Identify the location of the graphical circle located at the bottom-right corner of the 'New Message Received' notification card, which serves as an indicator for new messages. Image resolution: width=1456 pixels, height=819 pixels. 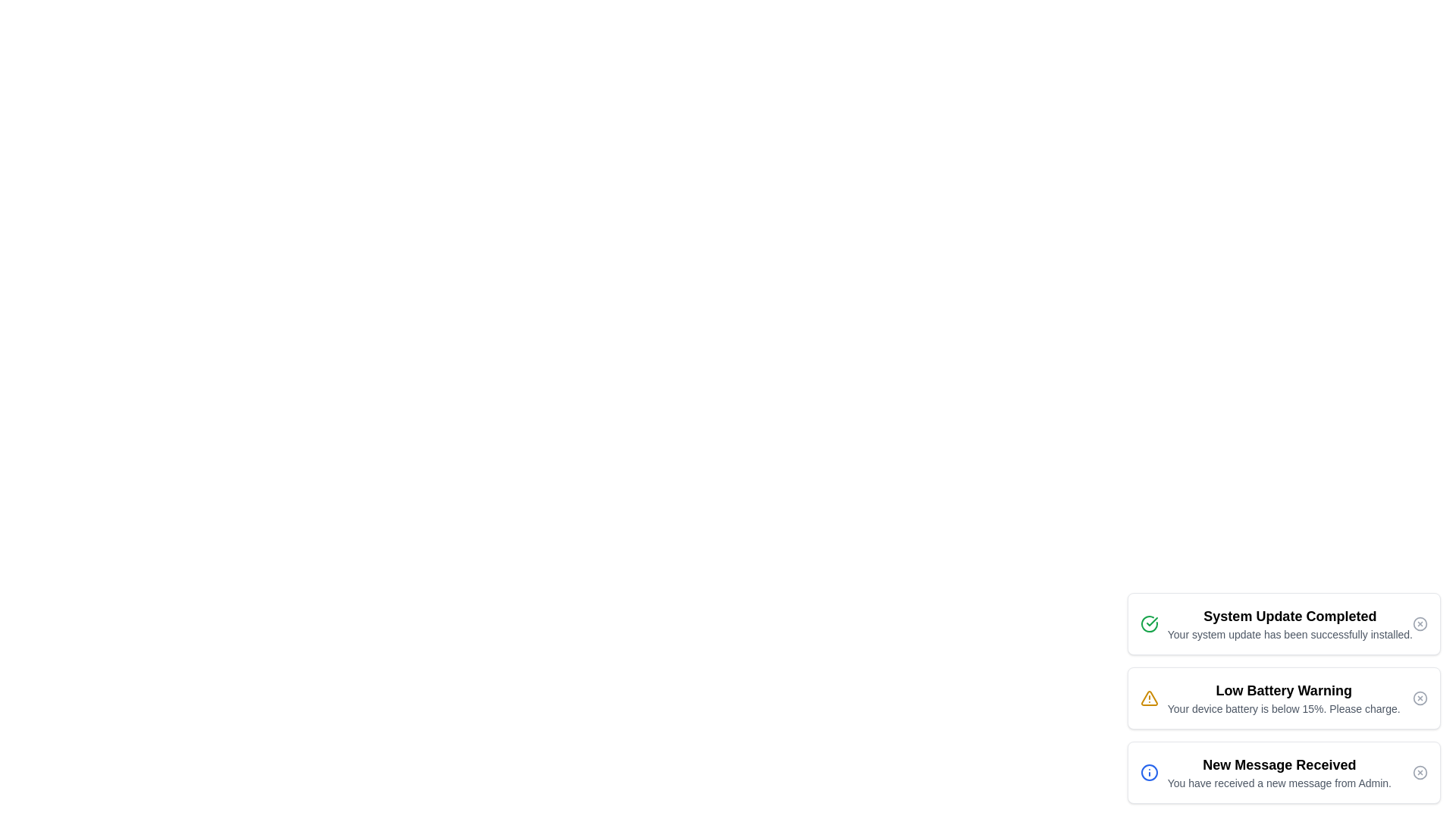
(1419, 772).